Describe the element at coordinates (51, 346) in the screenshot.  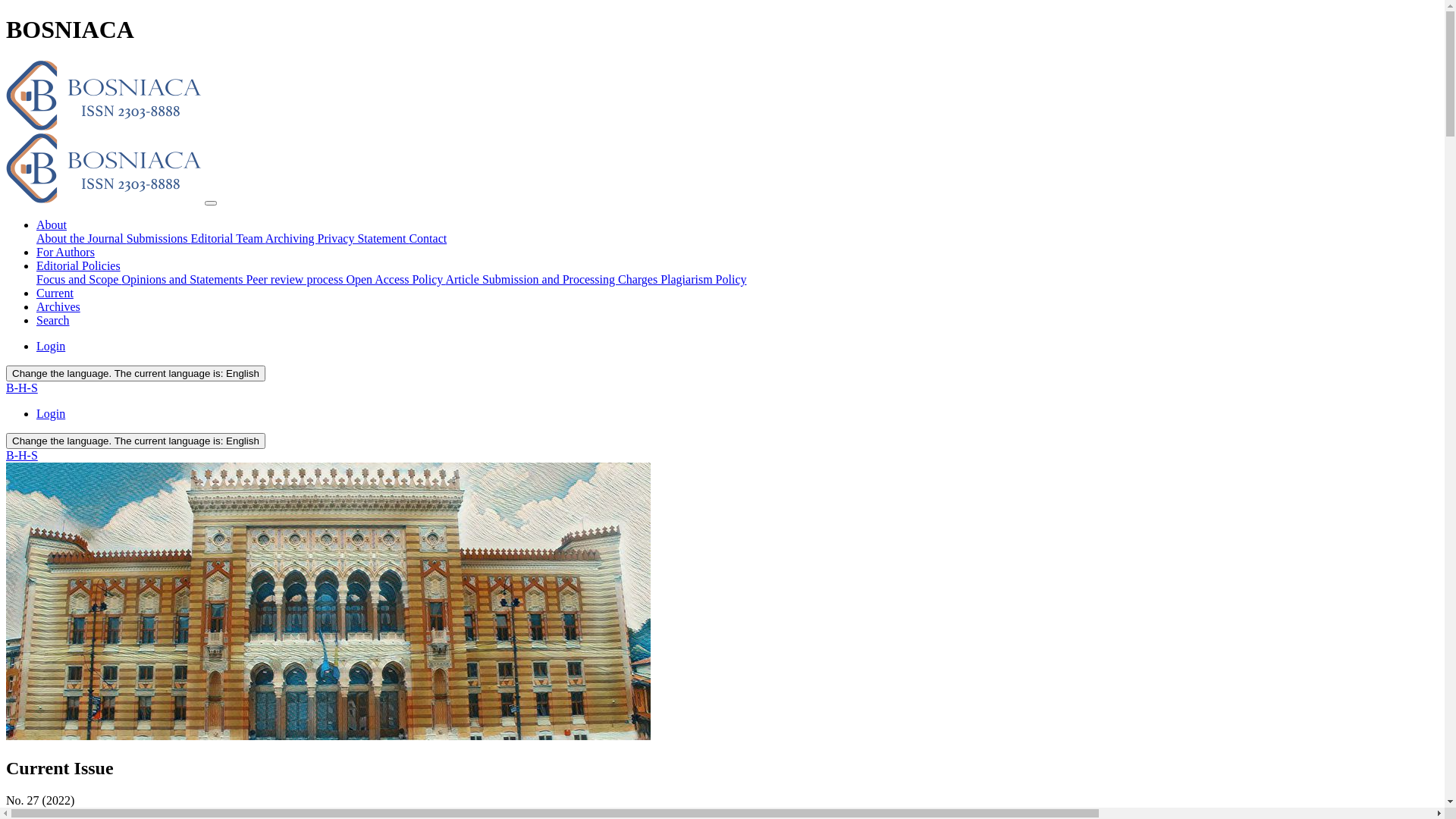
I see `'Login'` at that location.